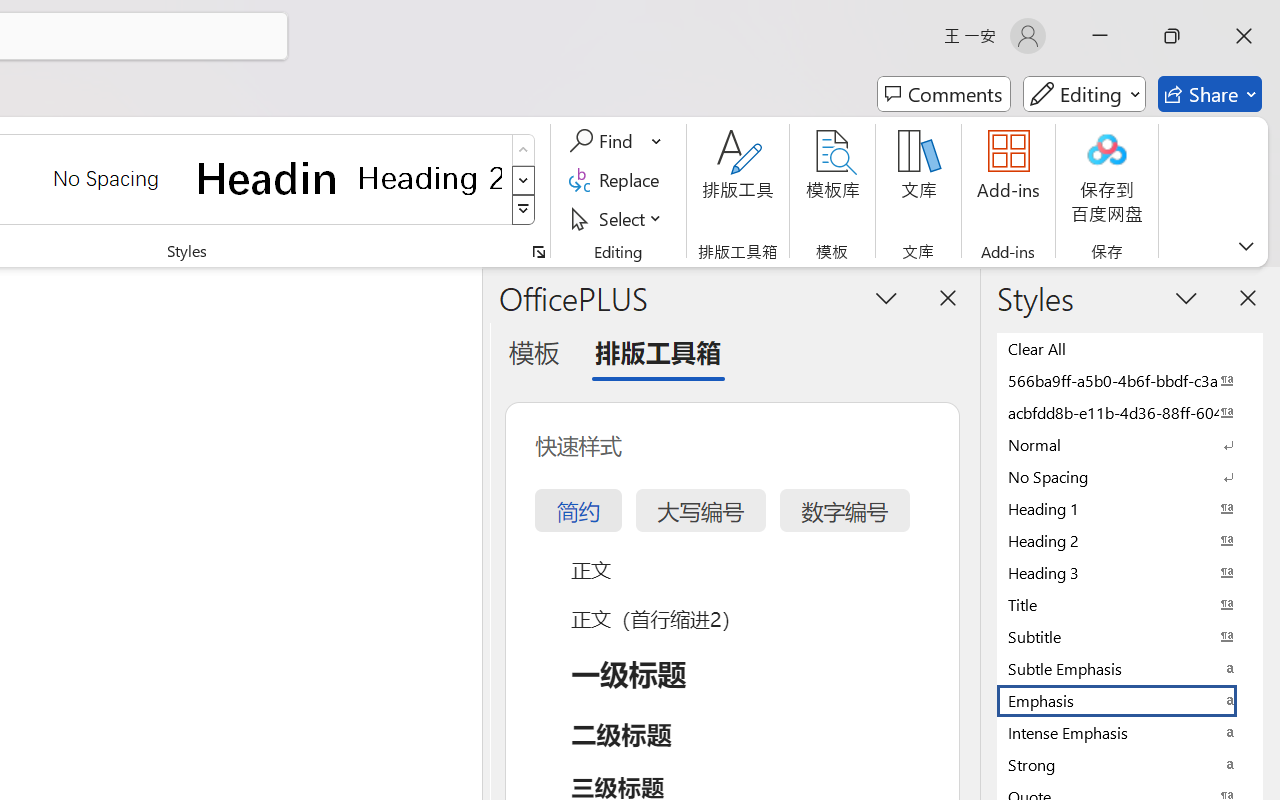 The height and width of the screenshot is (800, 1280). I want to click on 'Heading 1', so click(267, 177).